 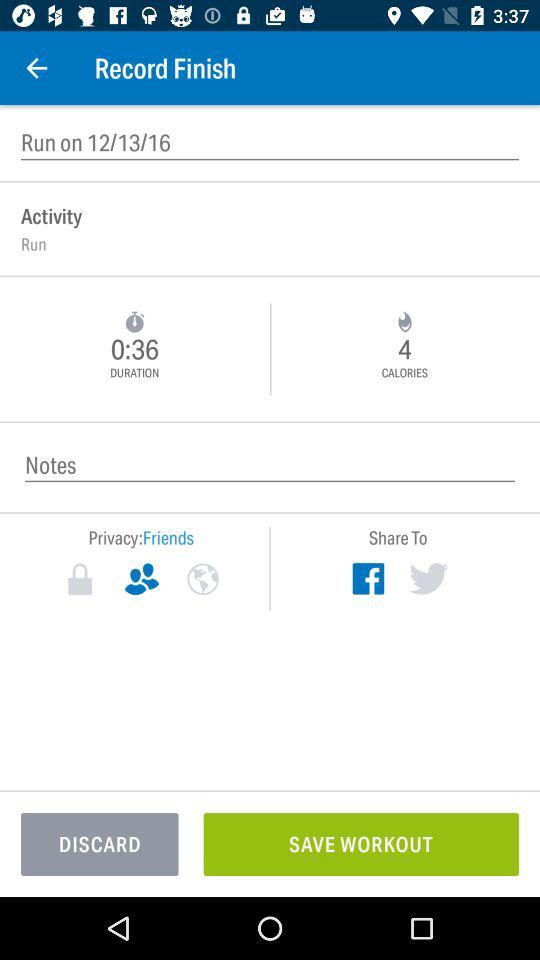 What do you see at coordinates (202, 579) in the screenshot?
I see `etc` at bounding box center [202, 579].